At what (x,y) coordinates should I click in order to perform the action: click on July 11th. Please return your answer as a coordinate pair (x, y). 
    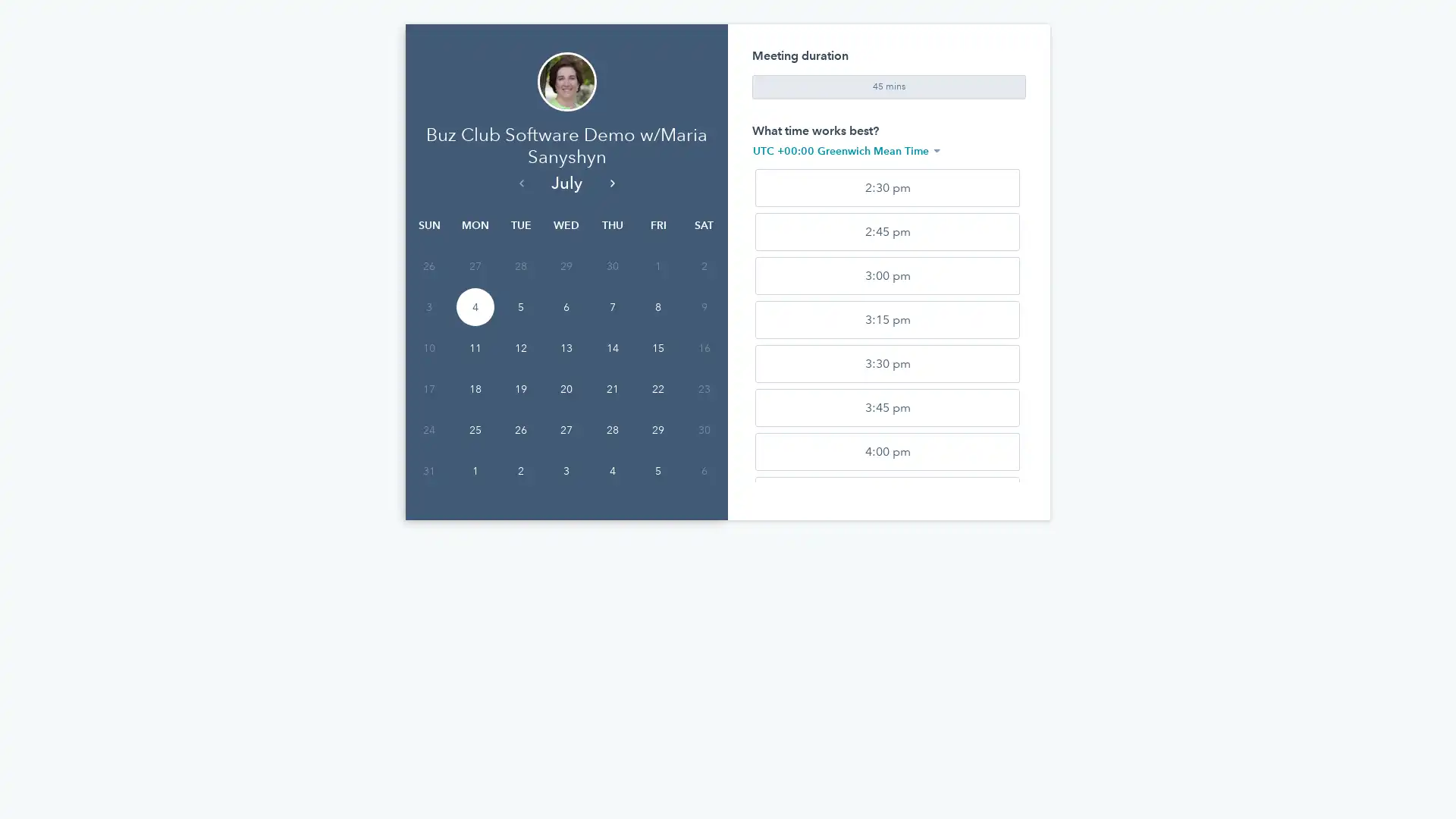
    Looking at the image, I should click on (473, 405).